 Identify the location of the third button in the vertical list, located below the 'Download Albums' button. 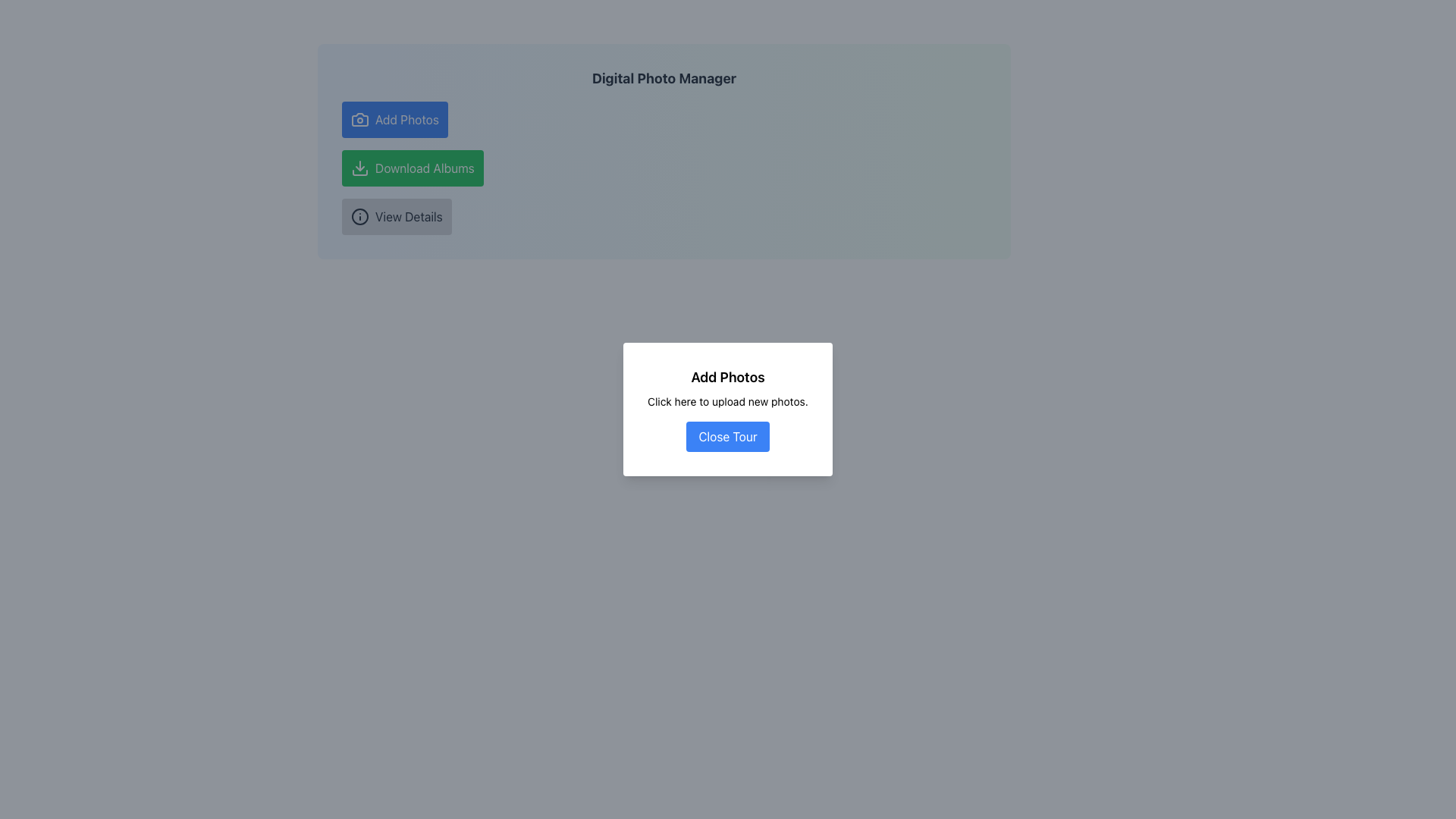
(397, 216).